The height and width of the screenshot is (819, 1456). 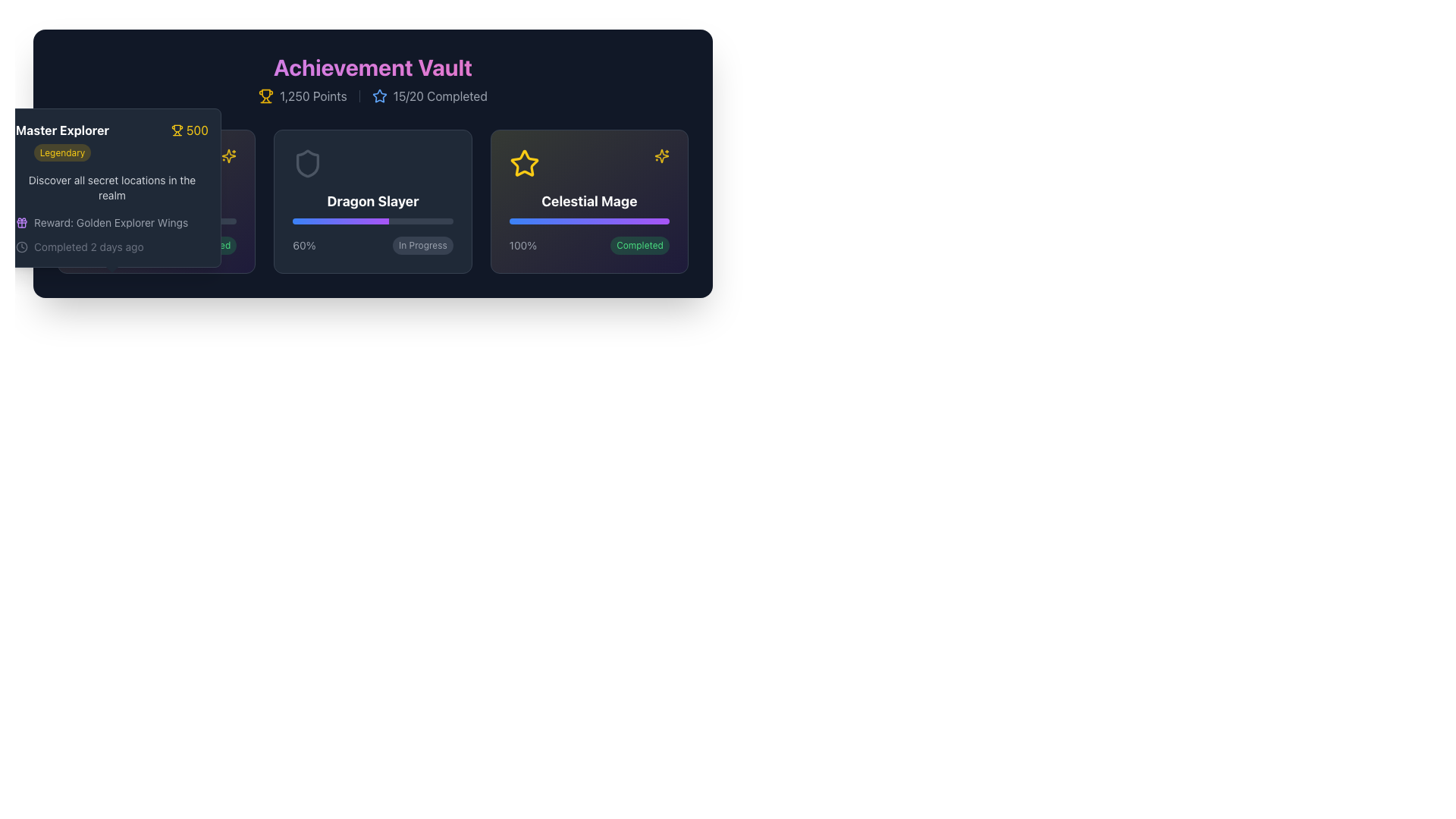 I want to click on the decorative graphic element located at the bottom center of the 'Master Explorer' achievement card, which serves as an ornamental indicator for alignment, so click(x=111, y=271).